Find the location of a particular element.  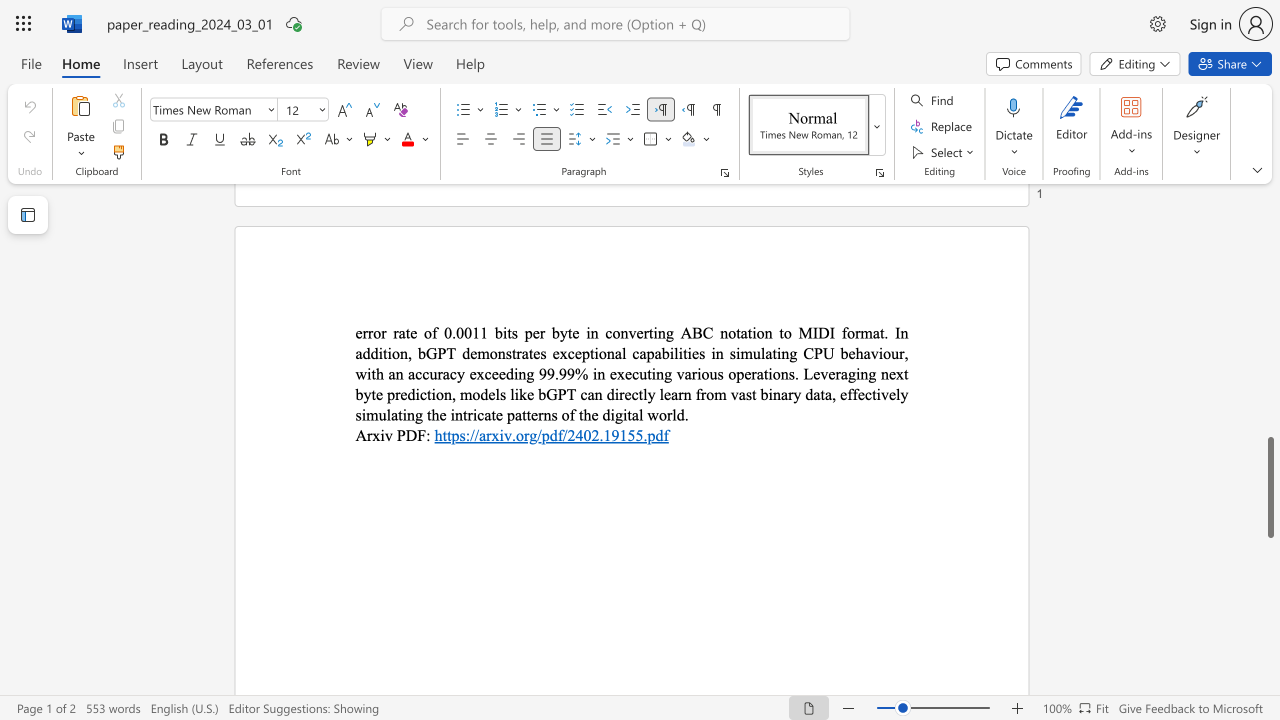

the scrollbar to move the content higher is located at coordinates (1269, 360).